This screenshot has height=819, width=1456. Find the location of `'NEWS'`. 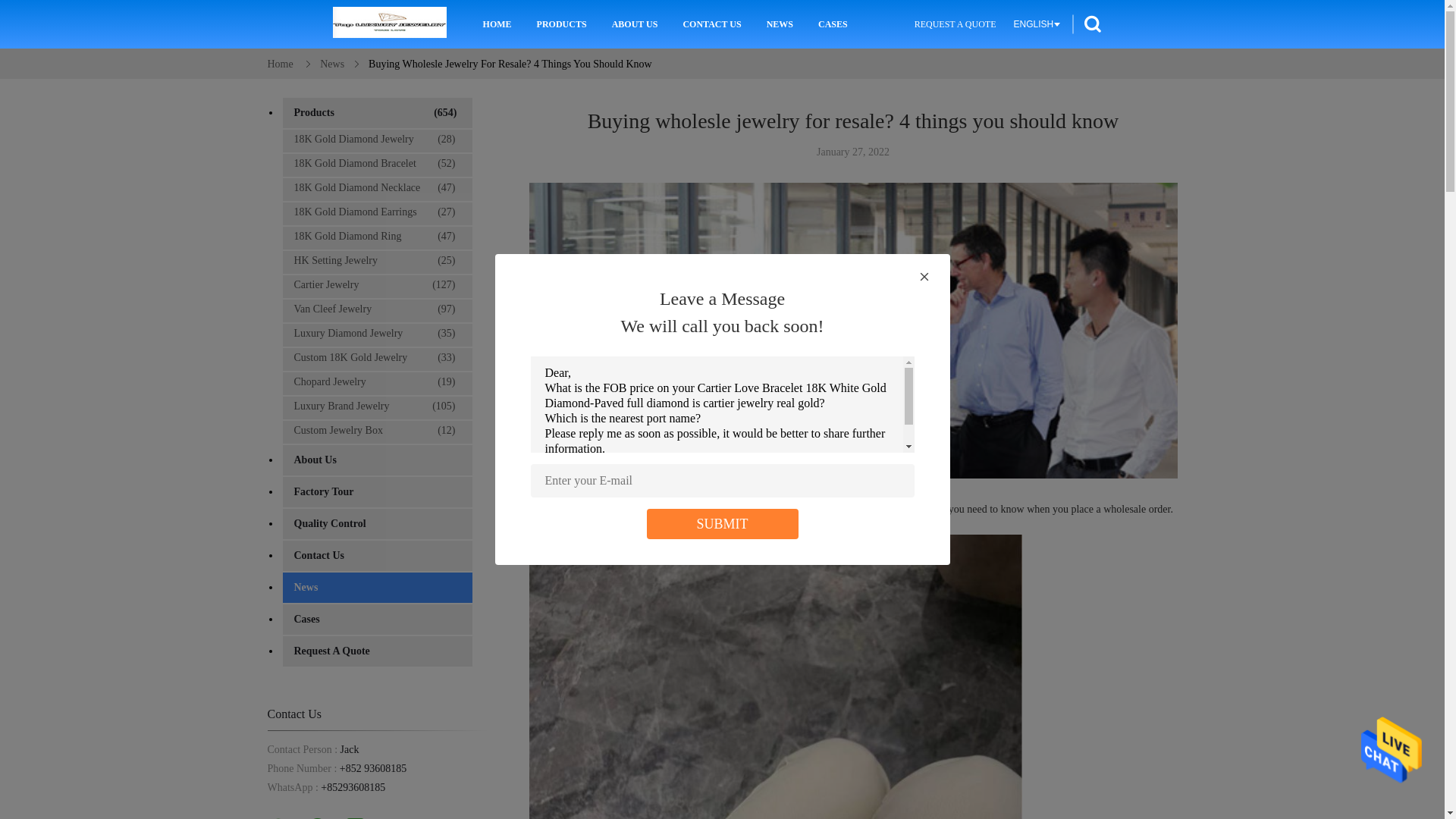

'NEWS' is located at coordinates (763, 24).